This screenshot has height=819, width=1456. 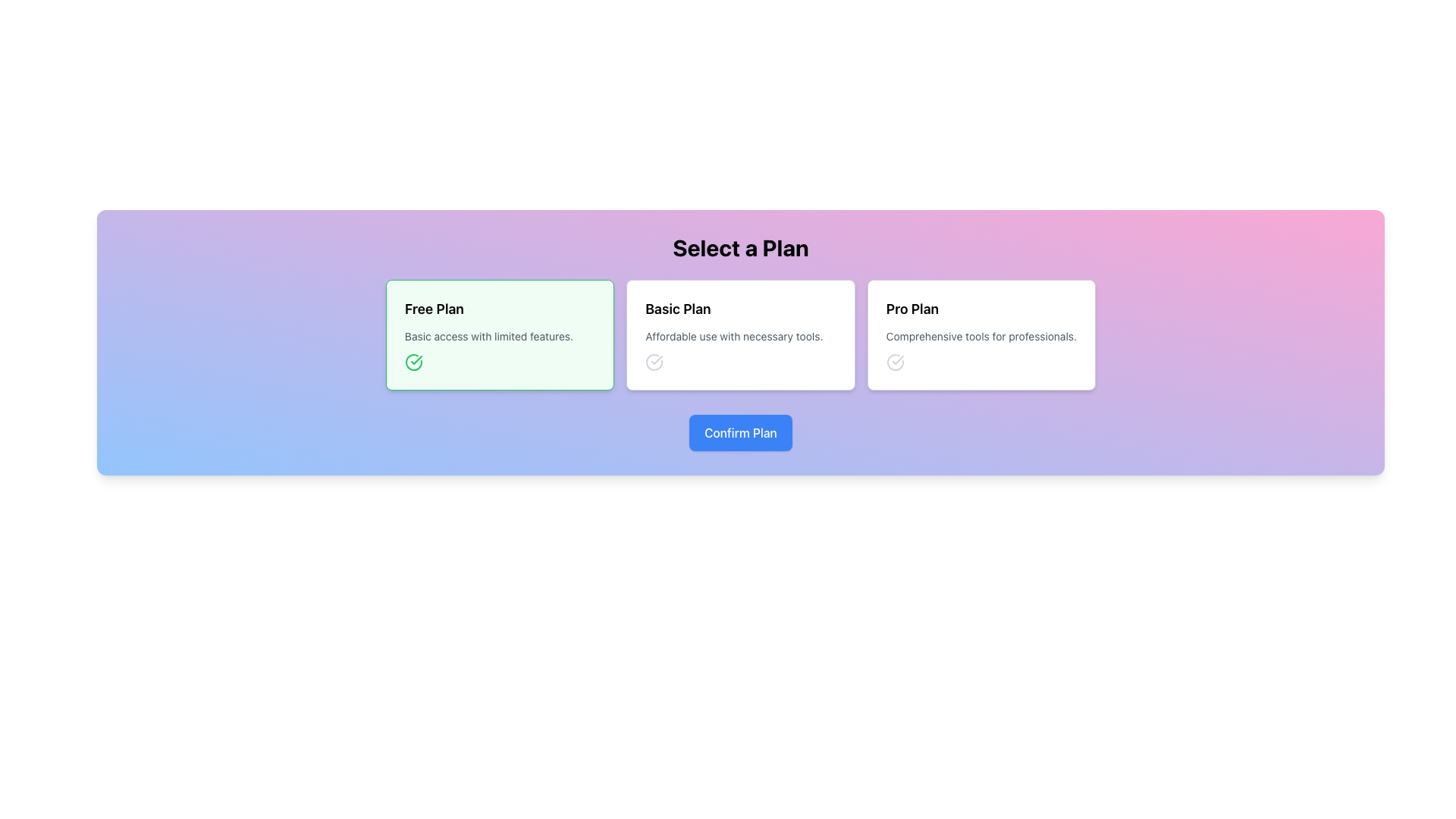 I want to click on the green checkmark icon in the lower-left corner of the 'Free Plan' card, which is an SVG vector graphic, so click(x=898, y=359).